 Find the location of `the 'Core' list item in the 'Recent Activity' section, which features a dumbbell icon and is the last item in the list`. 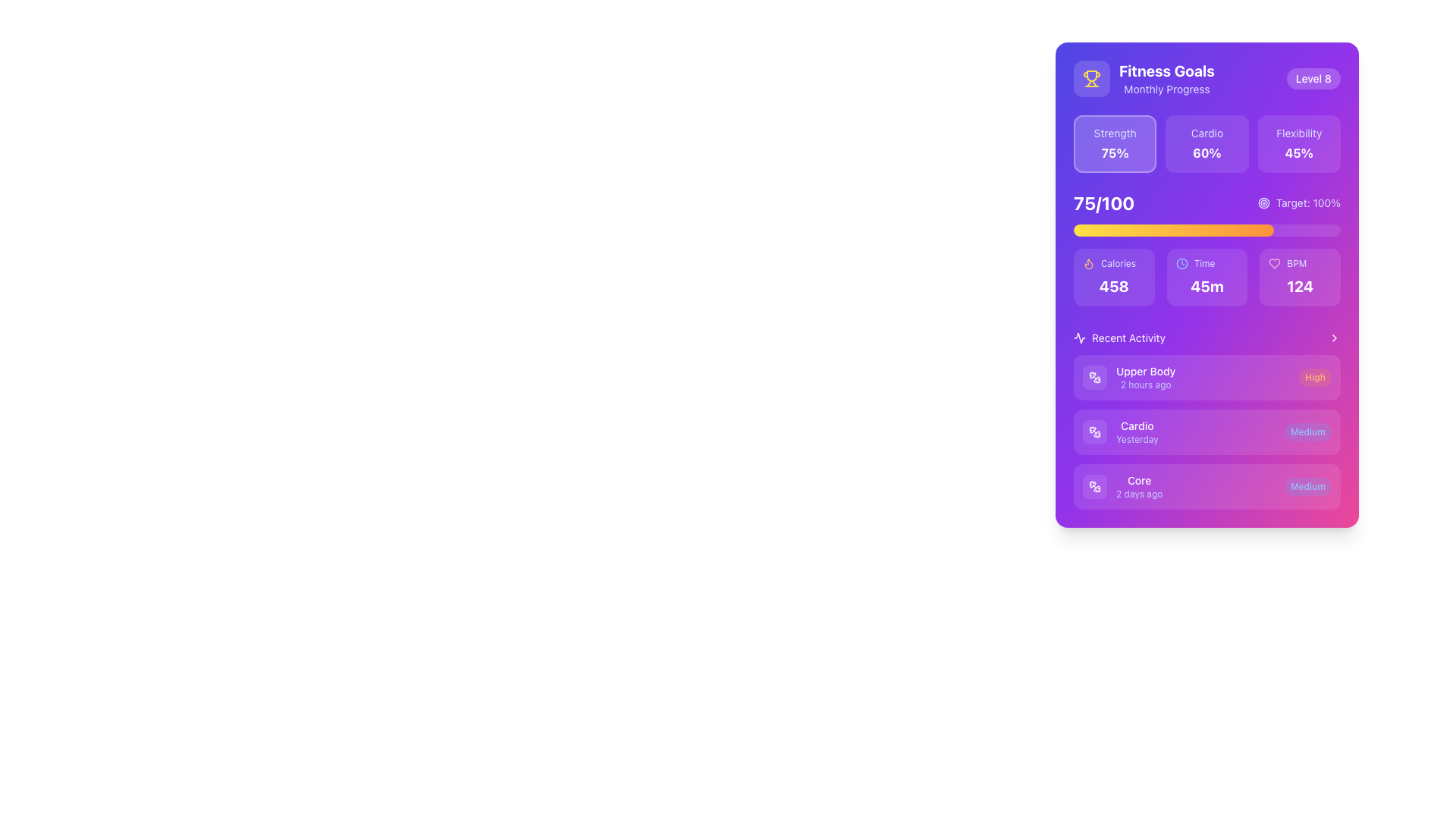

the 'Core' list item in the 'Recent Activity' section, which features a dumbbell icon and is the last item in the list is located at coordinates (1122, 486).